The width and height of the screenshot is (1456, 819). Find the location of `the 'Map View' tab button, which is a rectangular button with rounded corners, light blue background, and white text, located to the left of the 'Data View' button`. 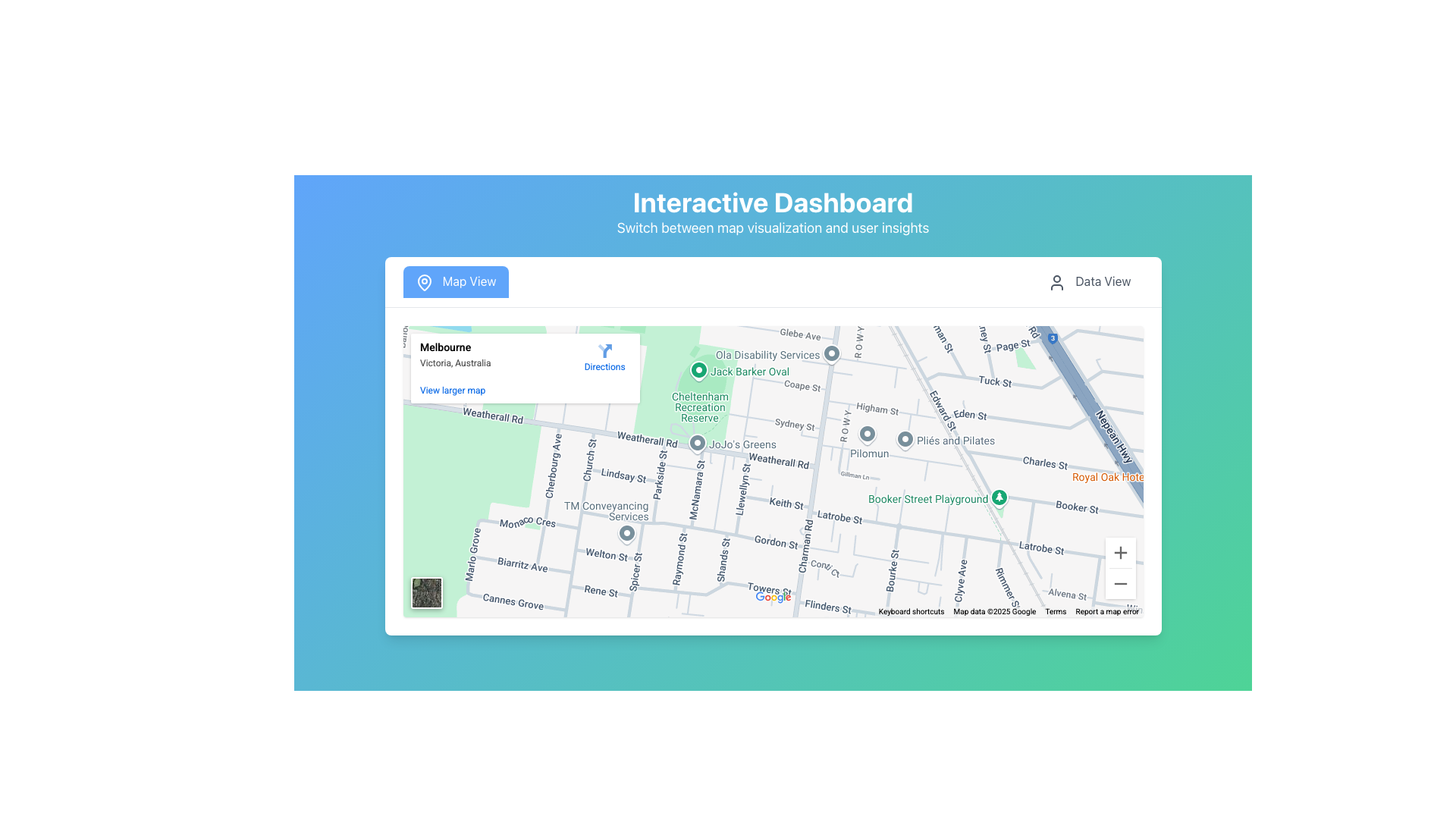

the 'Map View' tab button, which is a rectangular button with rounded corners, light blue background, and white text, located to the left of the 'Data View' button is located at coordinates (454, 281).